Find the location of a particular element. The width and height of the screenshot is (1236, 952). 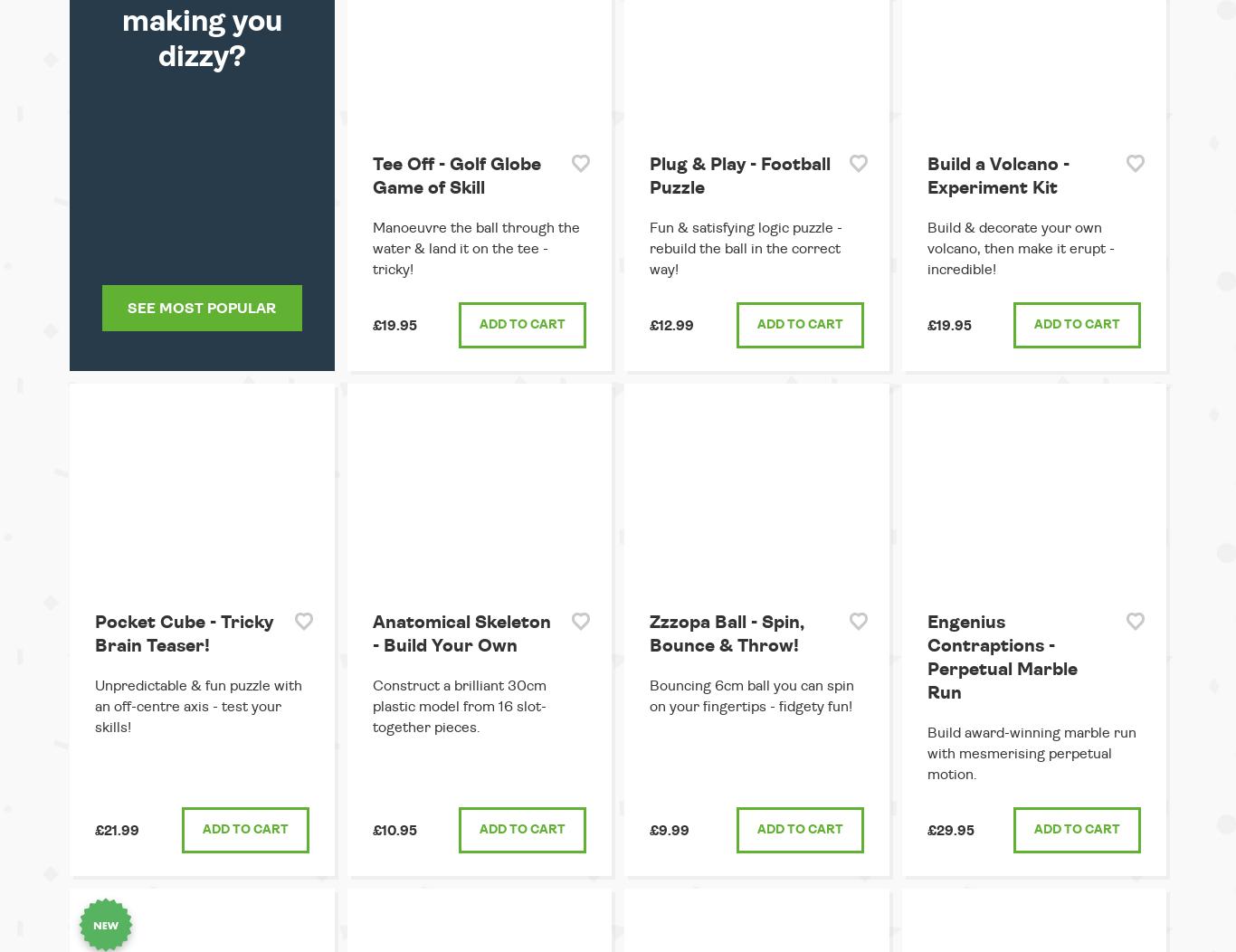

'£9.99' is located at coordinates (669, 830).